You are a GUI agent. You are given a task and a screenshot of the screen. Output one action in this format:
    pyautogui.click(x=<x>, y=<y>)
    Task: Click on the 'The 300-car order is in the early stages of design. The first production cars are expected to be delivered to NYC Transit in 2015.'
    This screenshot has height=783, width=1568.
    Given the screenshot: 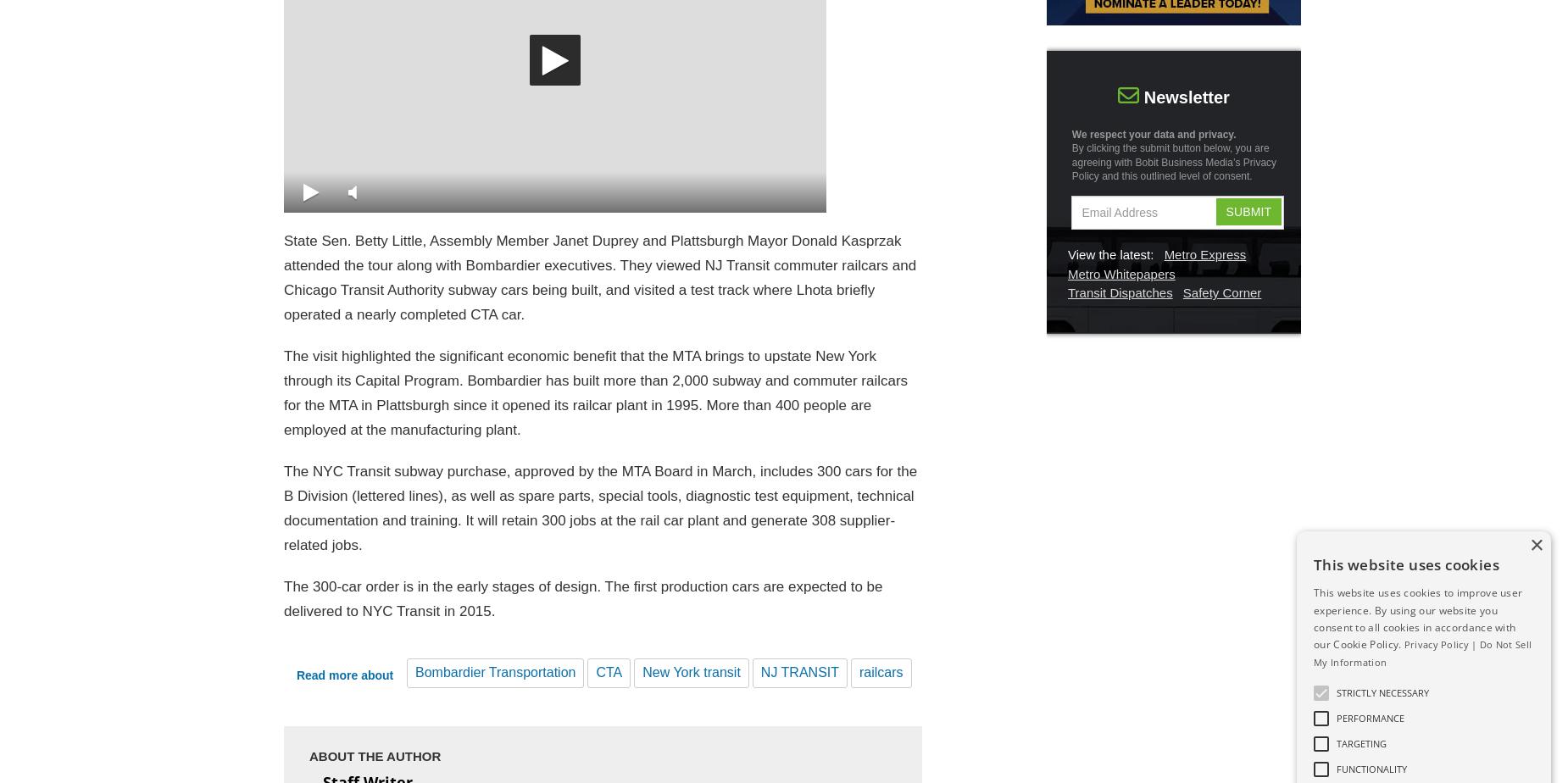 What is the action you would take?
    pyautogui.click(x=583, y=599)
    